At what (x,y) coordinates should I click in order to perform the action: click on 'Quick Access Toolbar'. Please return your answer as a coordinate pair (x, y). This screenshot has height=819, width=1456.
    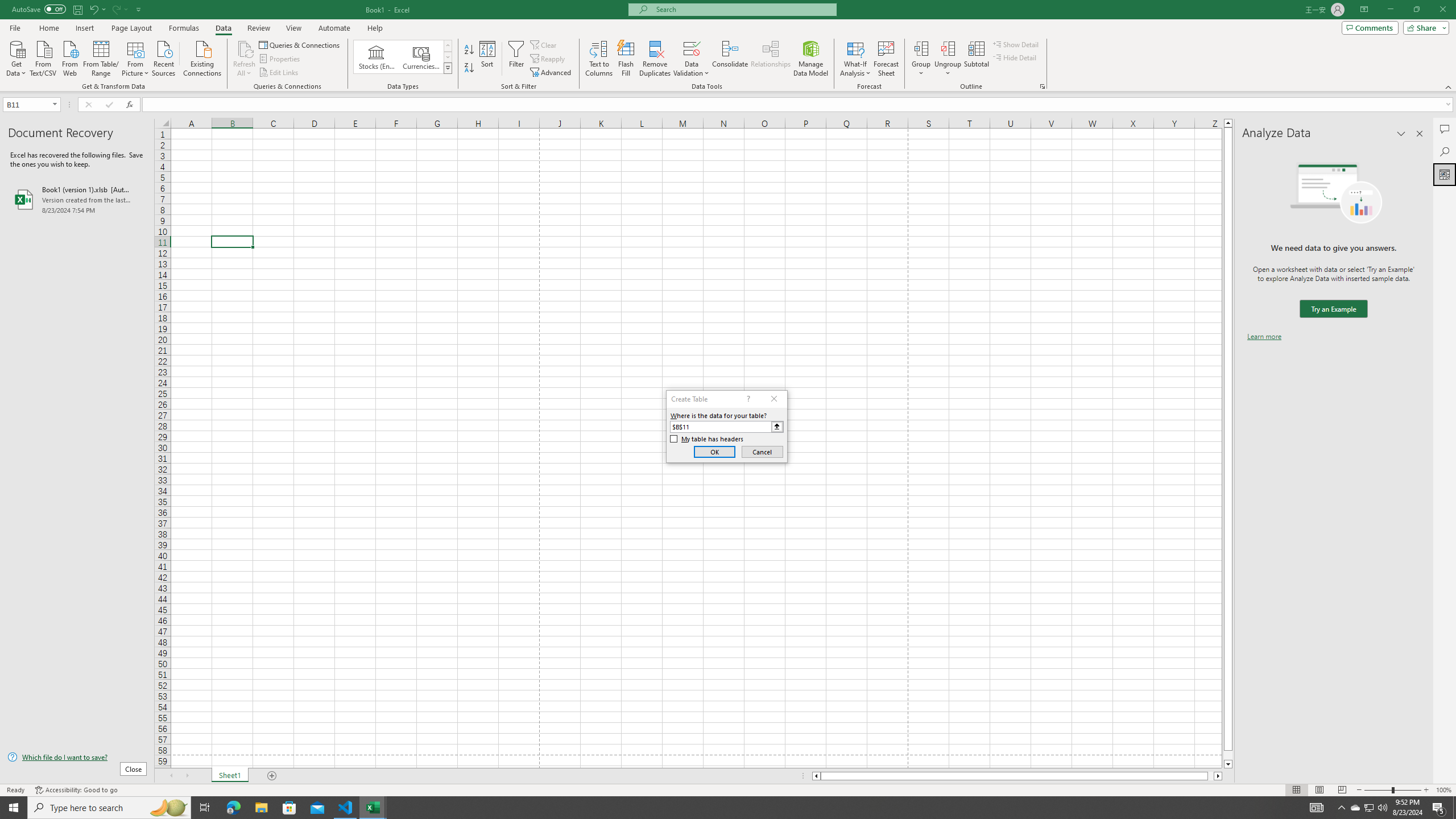
    Looking at the image, I should click on (77, 9).